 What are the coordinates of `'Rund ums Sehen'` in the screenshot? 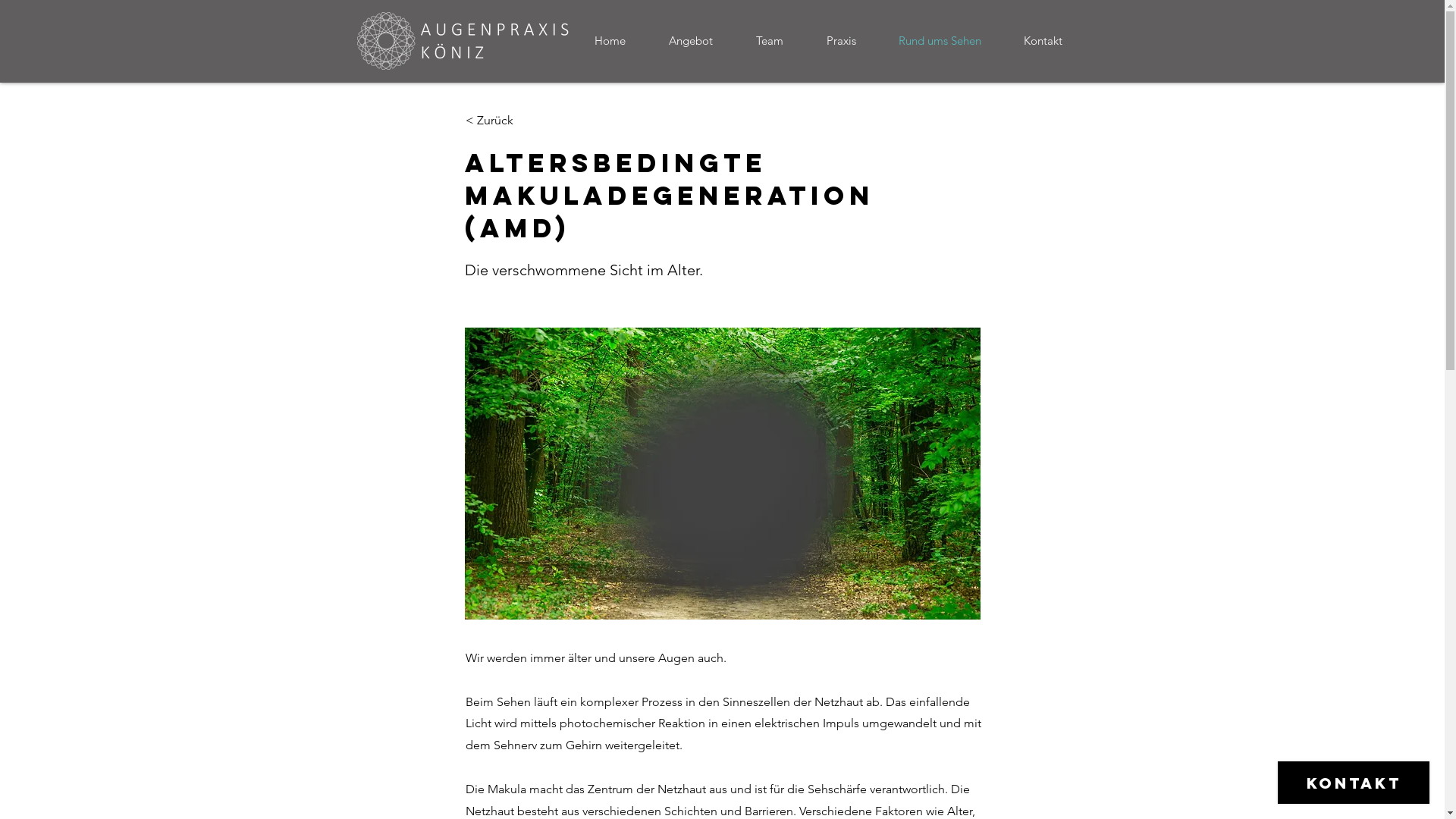 It's located at (949, 40).